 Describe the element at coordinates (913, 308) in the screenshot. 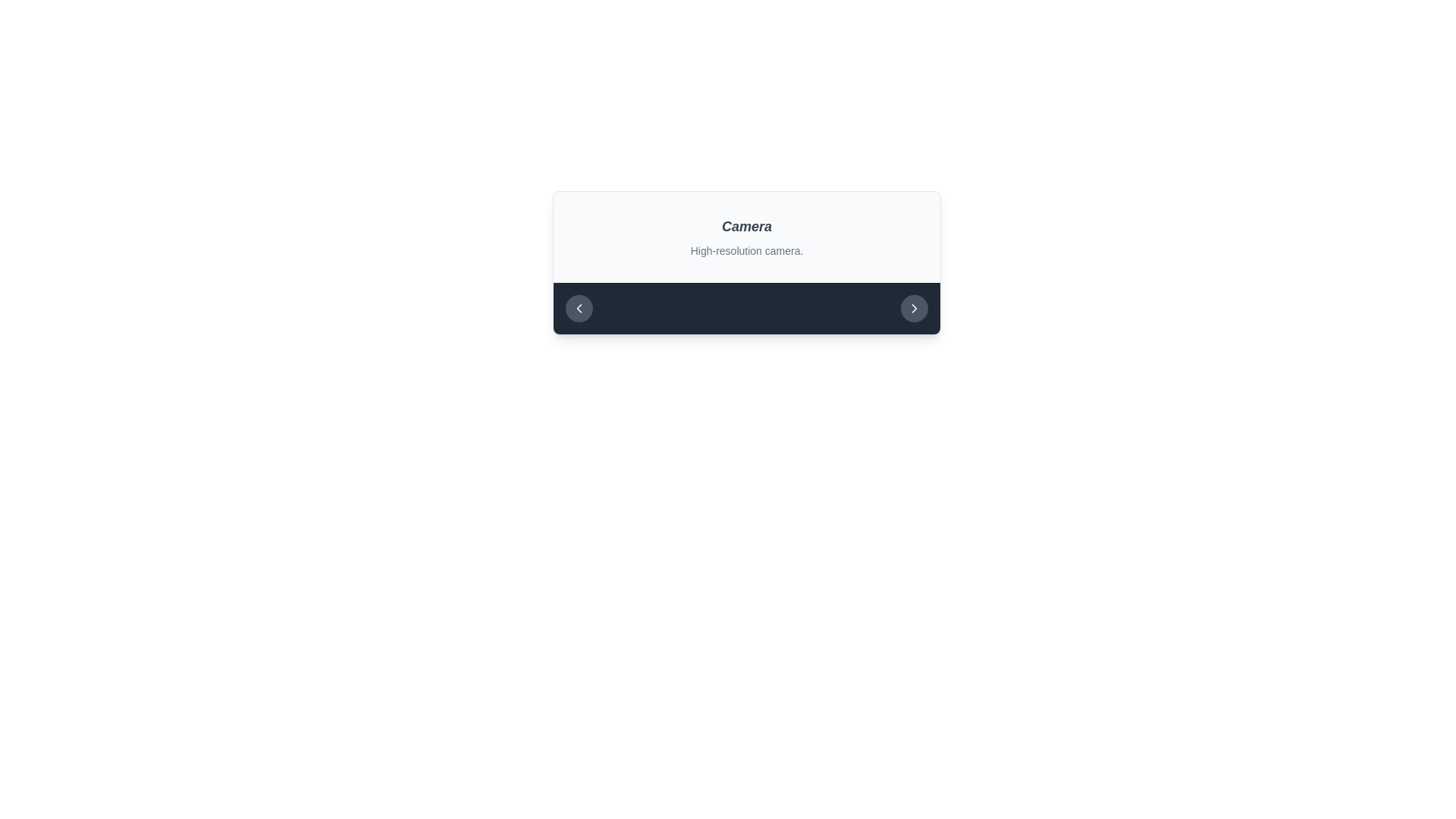

I see `the circular gray button with a right-pointing chevron arrow icon` at that location.